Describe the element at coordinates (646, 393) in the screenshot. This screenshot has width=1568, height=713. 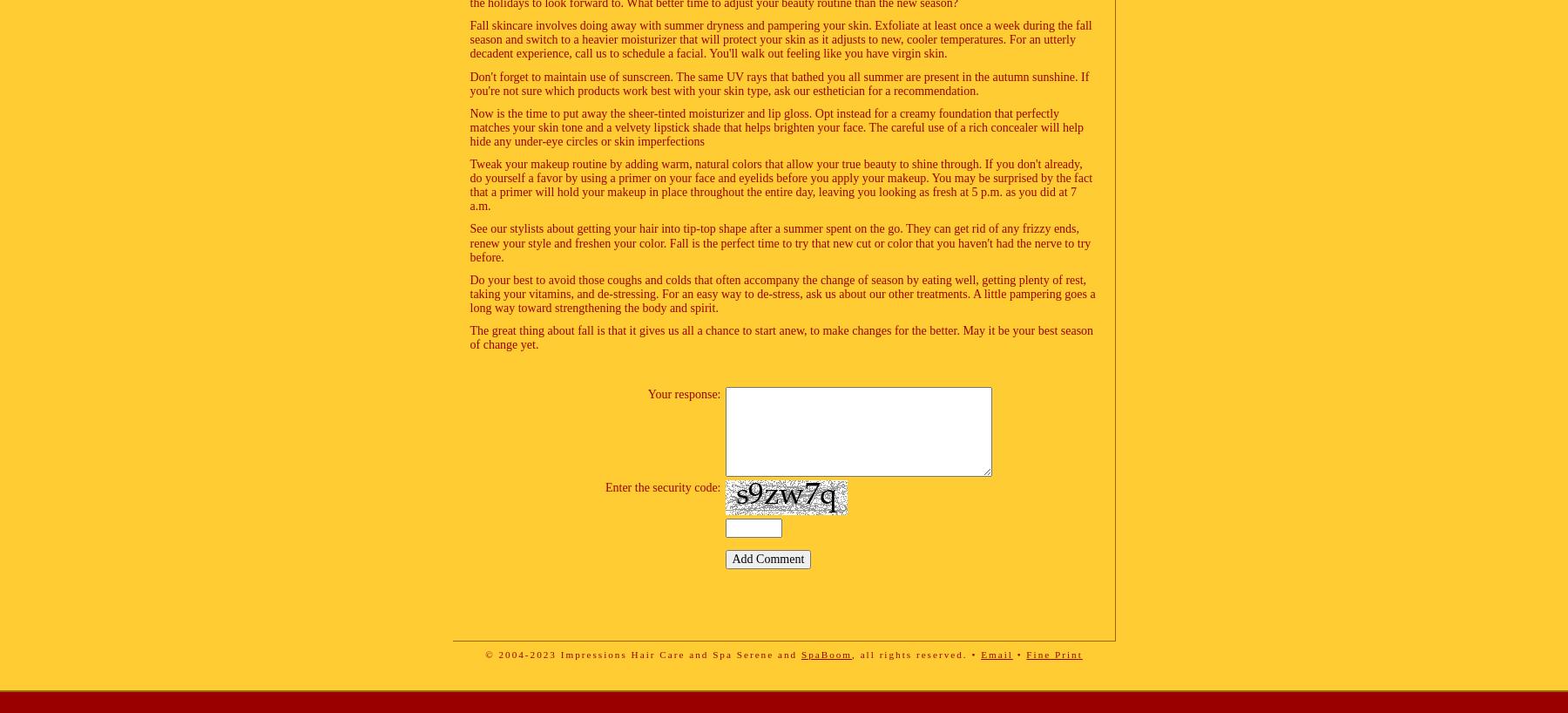
I see `'Your response:'` at that location.